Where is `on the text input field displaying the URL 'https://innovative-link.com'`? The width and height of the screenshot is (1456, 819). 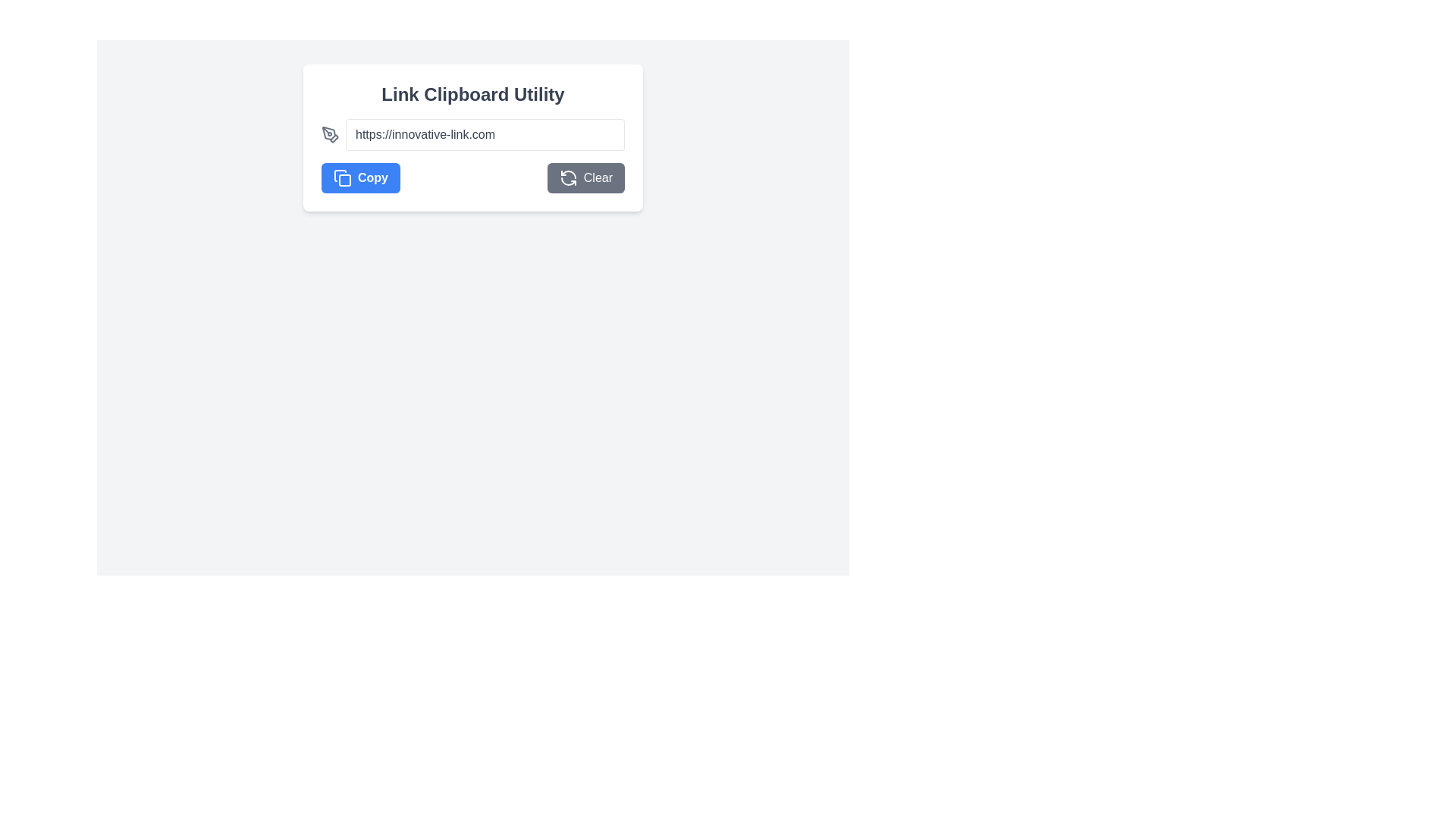 on the text input field displaying the URL 'https://innovative-link.com' is located at coordinates (484, 133).